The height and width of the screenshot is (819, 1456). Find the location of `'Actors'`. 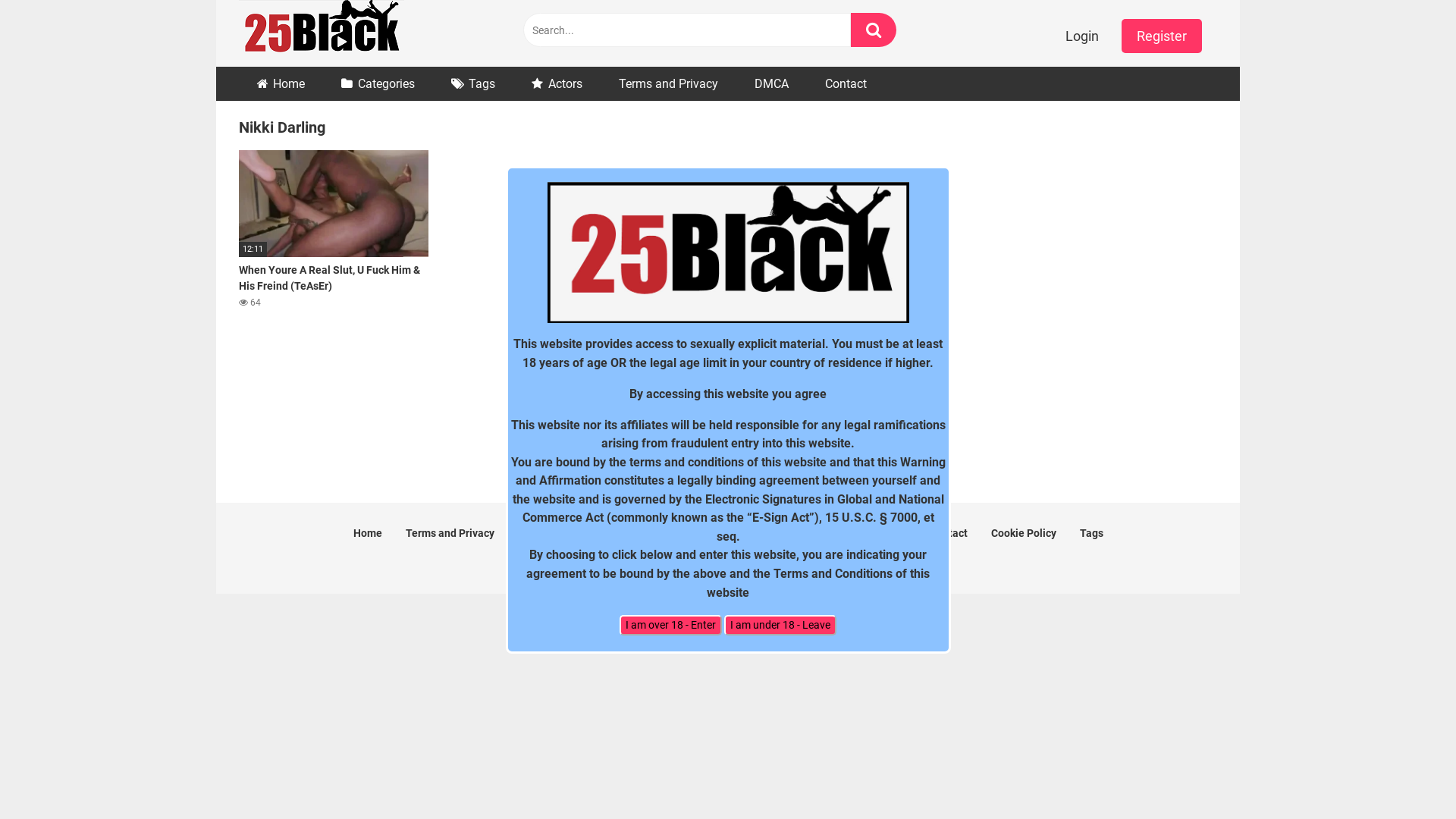

'Actors' is located at coordinates (556, 83).